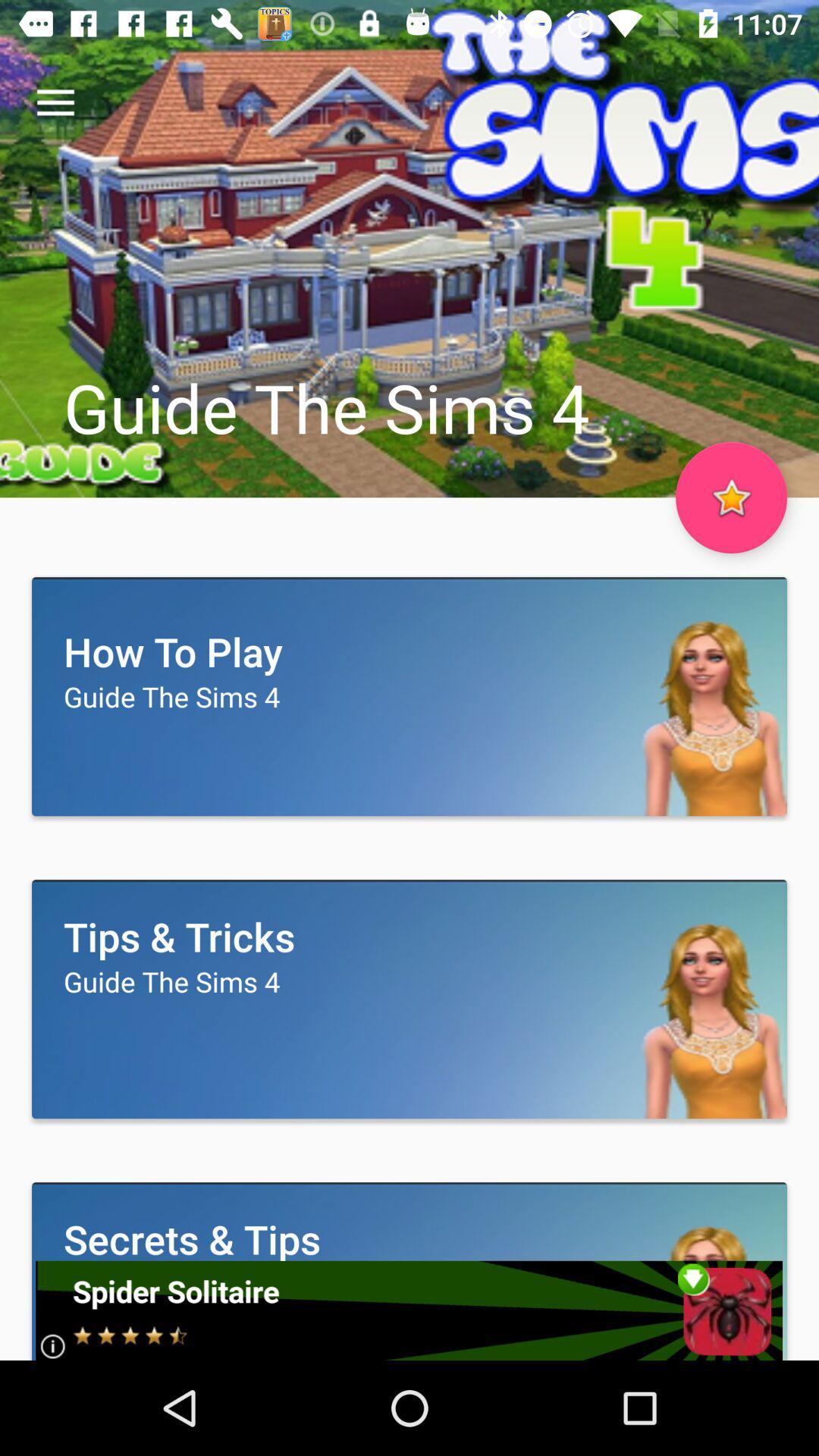 This screenshot has height=1456, width=819. What do you see at coordinates (730, 497) in the screenshot?
I see `the star icon` at bounding box center [730, 497].